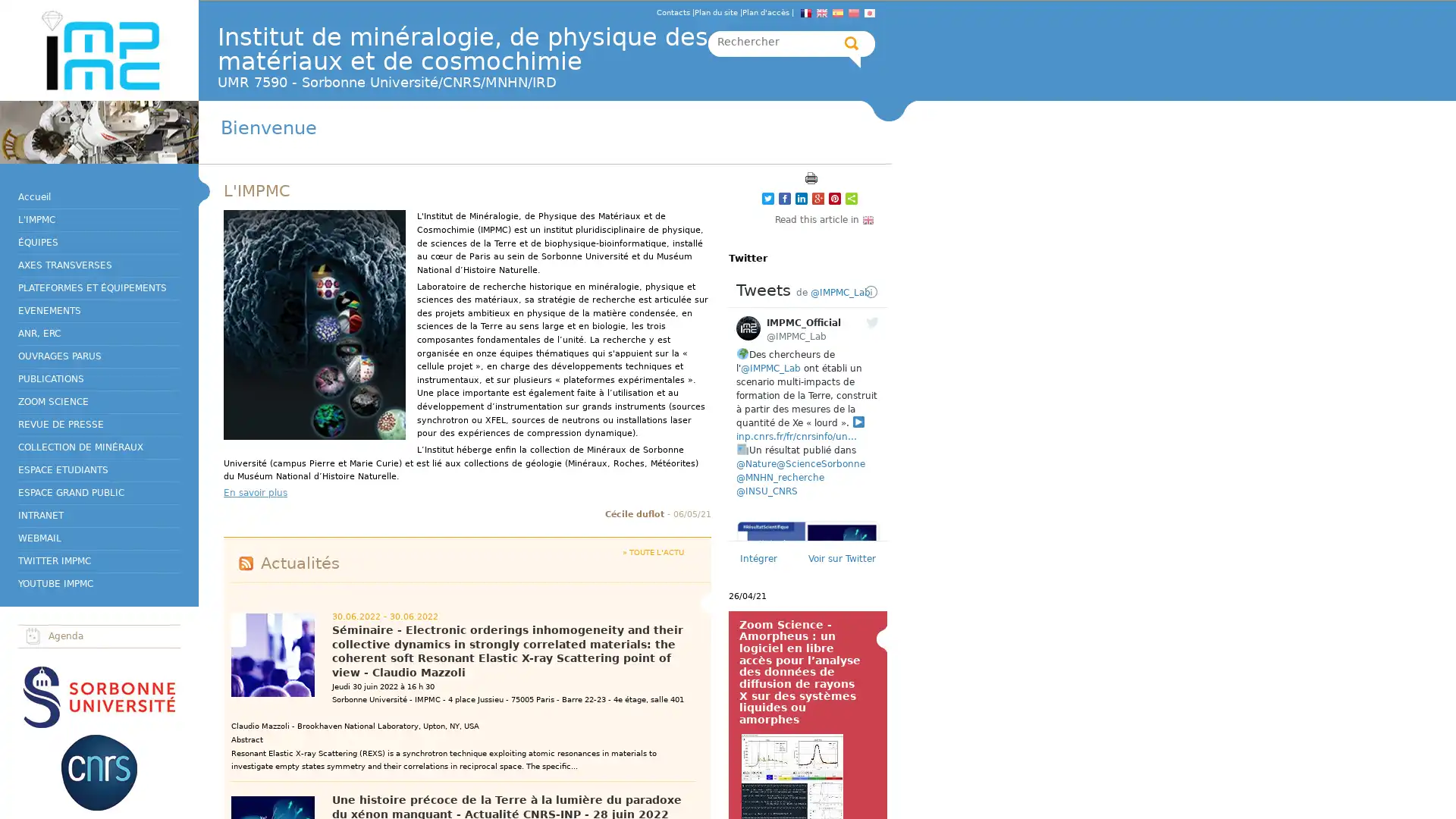  What do you see at coordinates (852, 42) in the screenshot?
I see `Lancer la recherche` at bounding box center [852, 42].